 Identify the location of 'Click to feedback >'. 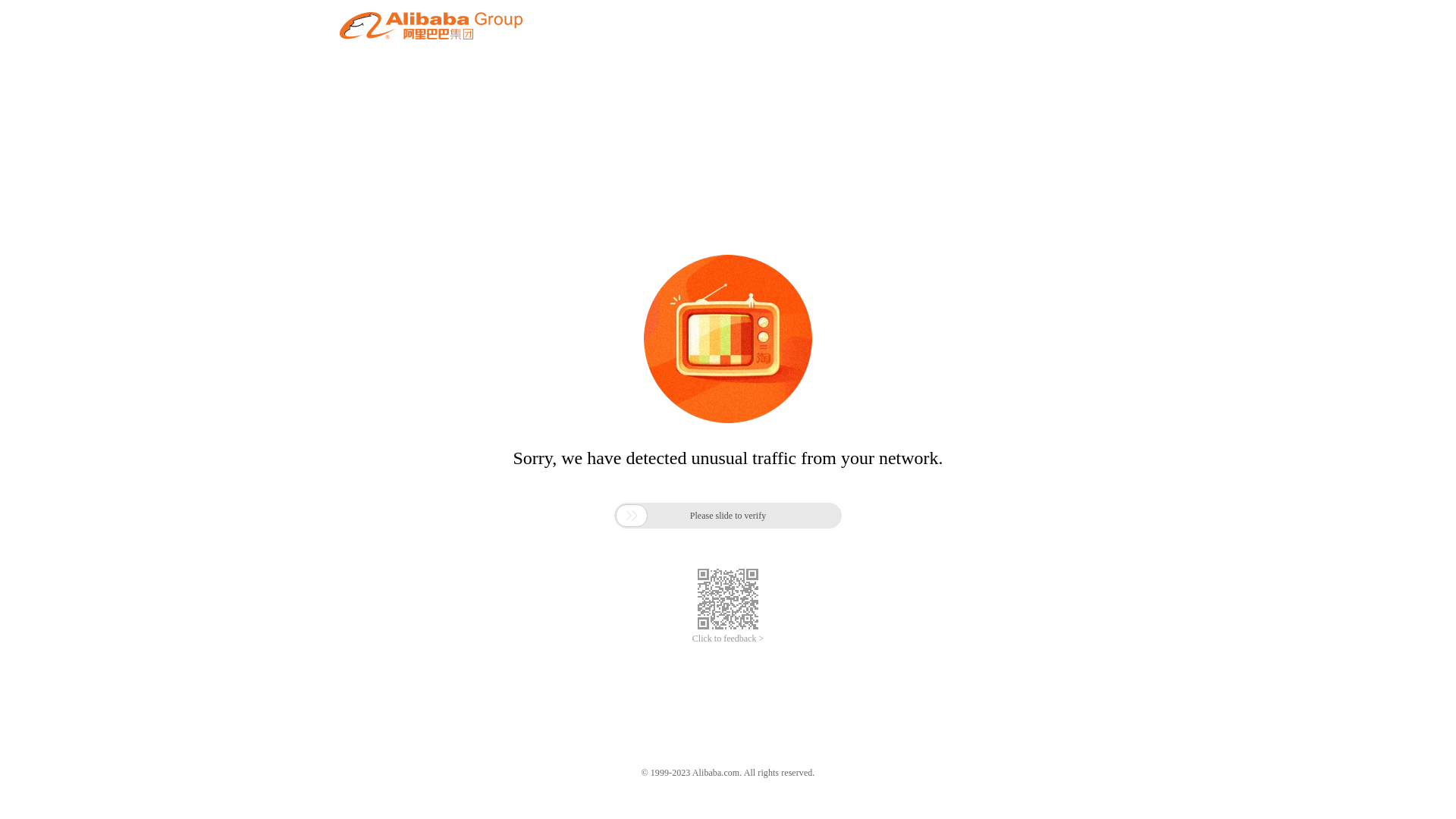
(728, 639).